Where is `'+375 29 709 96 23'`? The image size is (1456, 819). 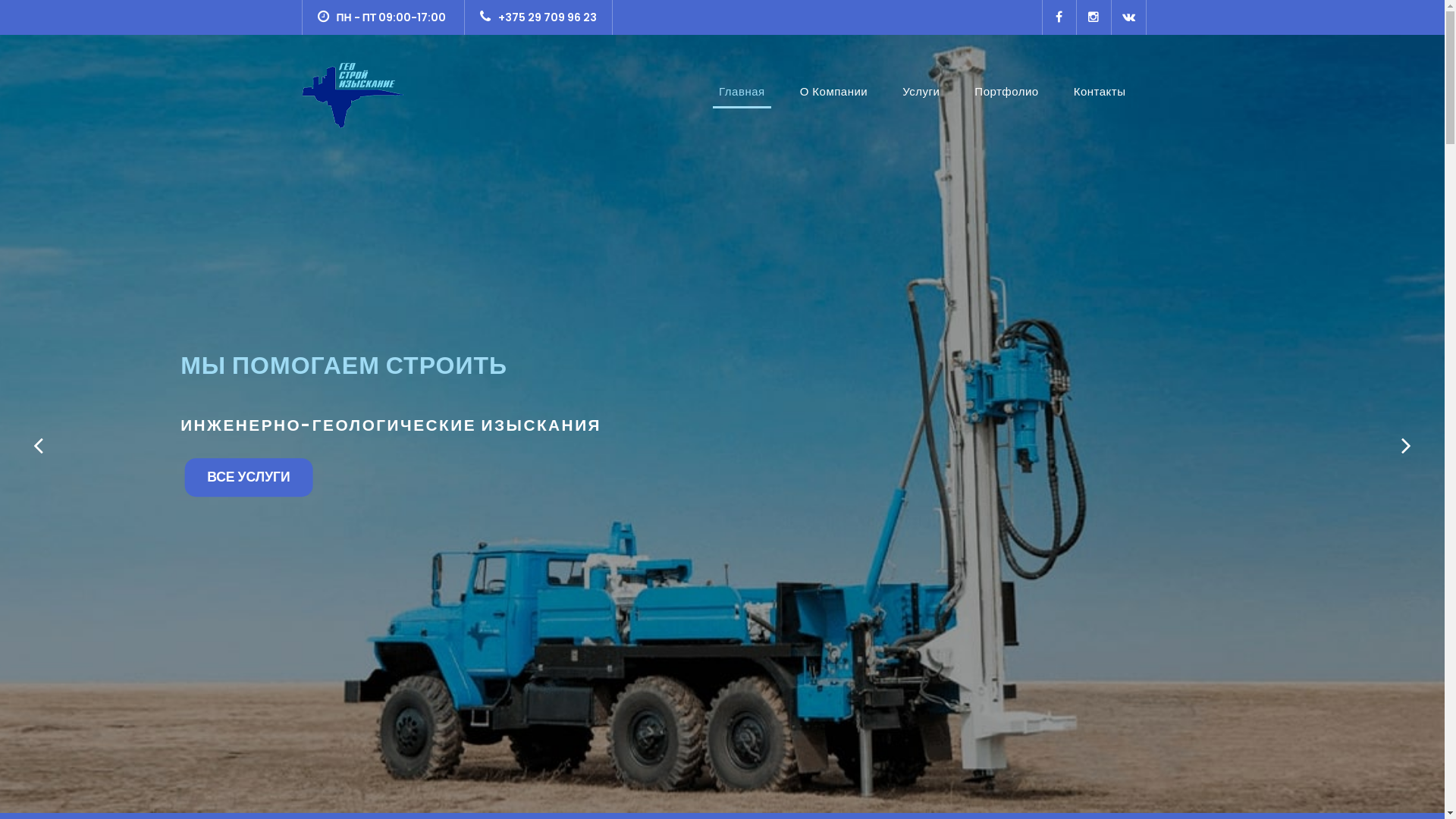 '+375 29 709 96 23' is located at coordinates (538, 17).